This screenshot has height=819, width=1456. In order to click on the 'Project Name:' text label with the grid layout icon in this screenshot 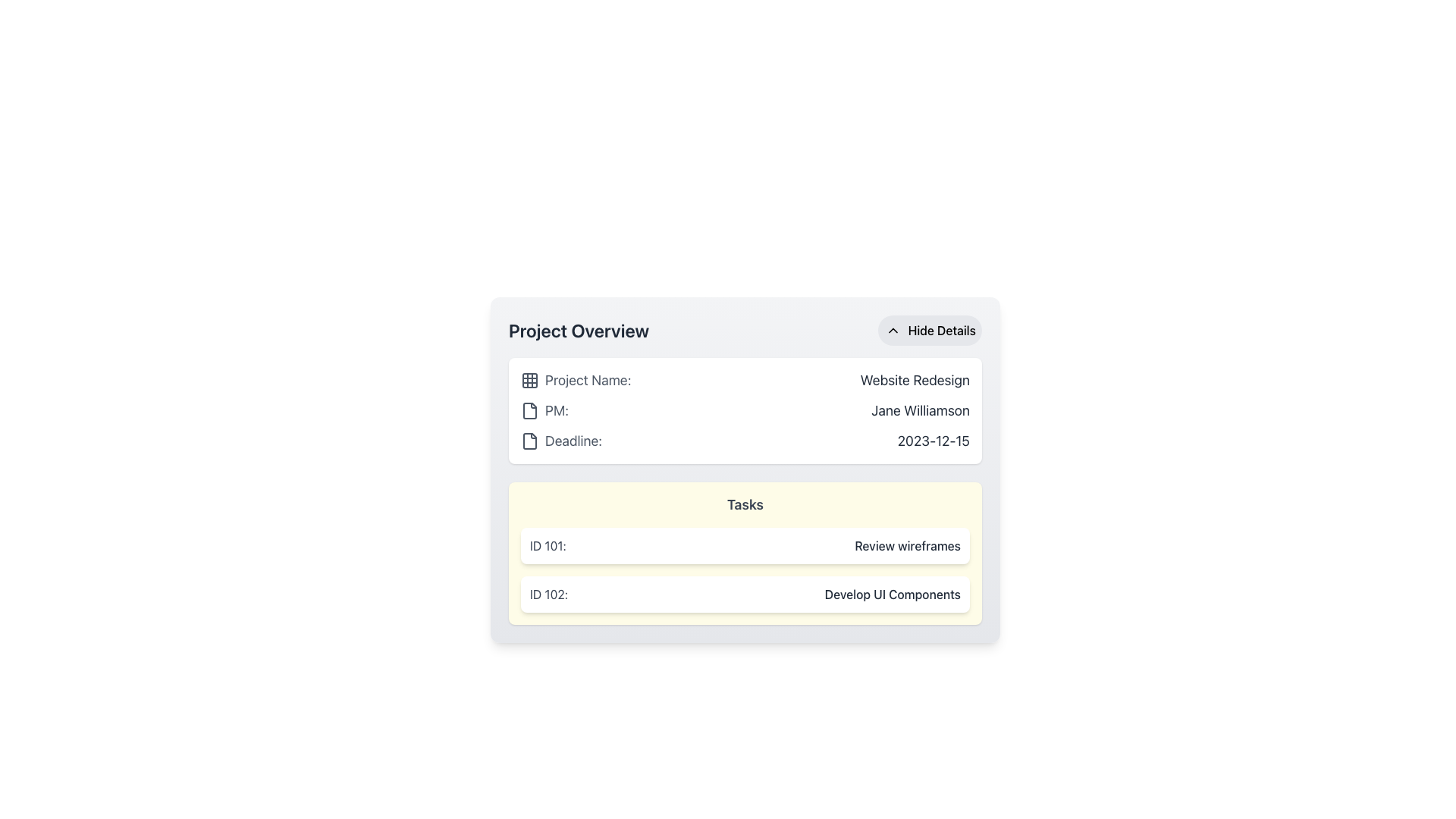, I will do `click(575, 379)`.